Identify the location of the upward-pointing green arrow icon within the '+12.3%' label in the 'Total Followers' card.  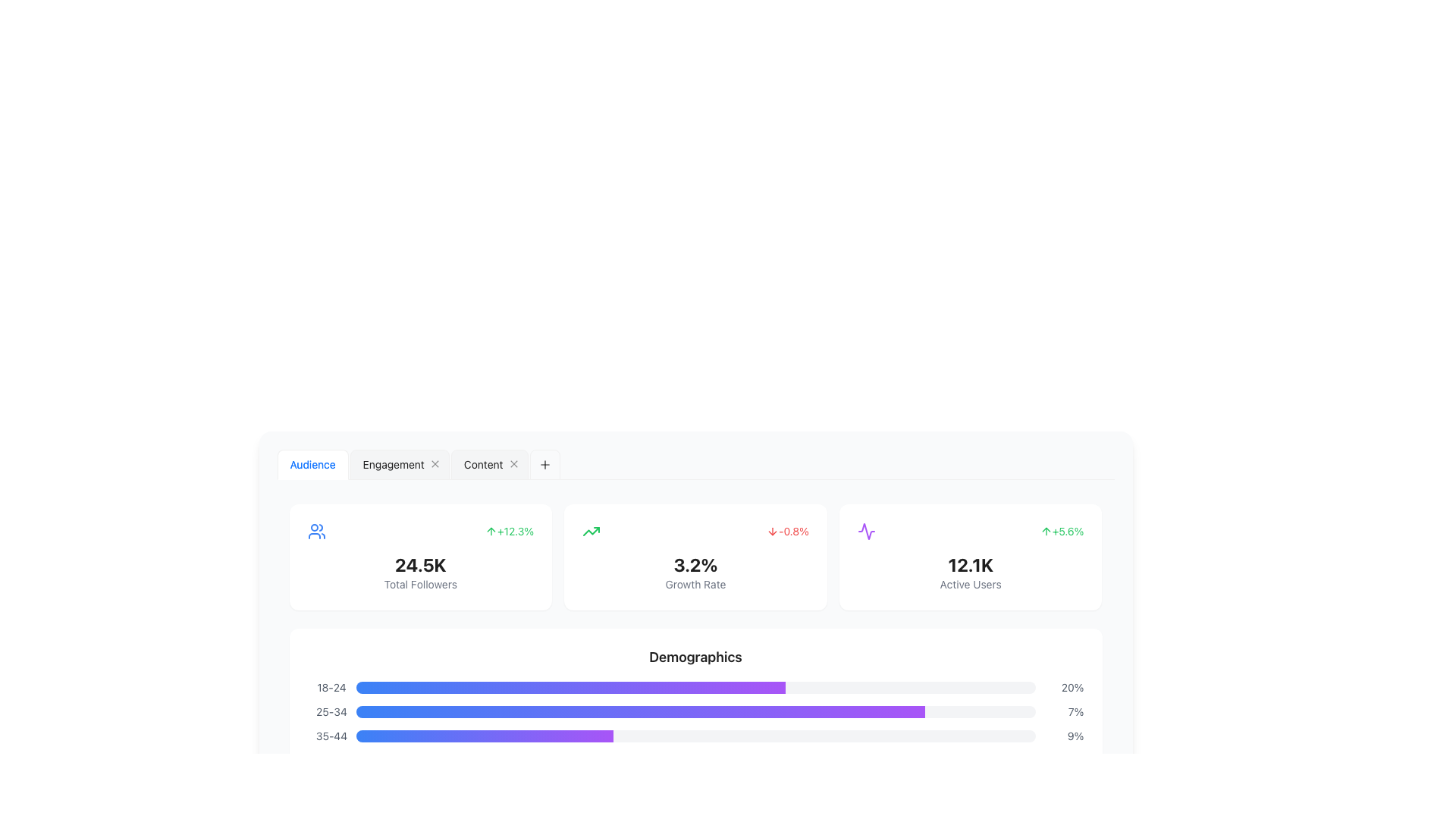
(491, 531).